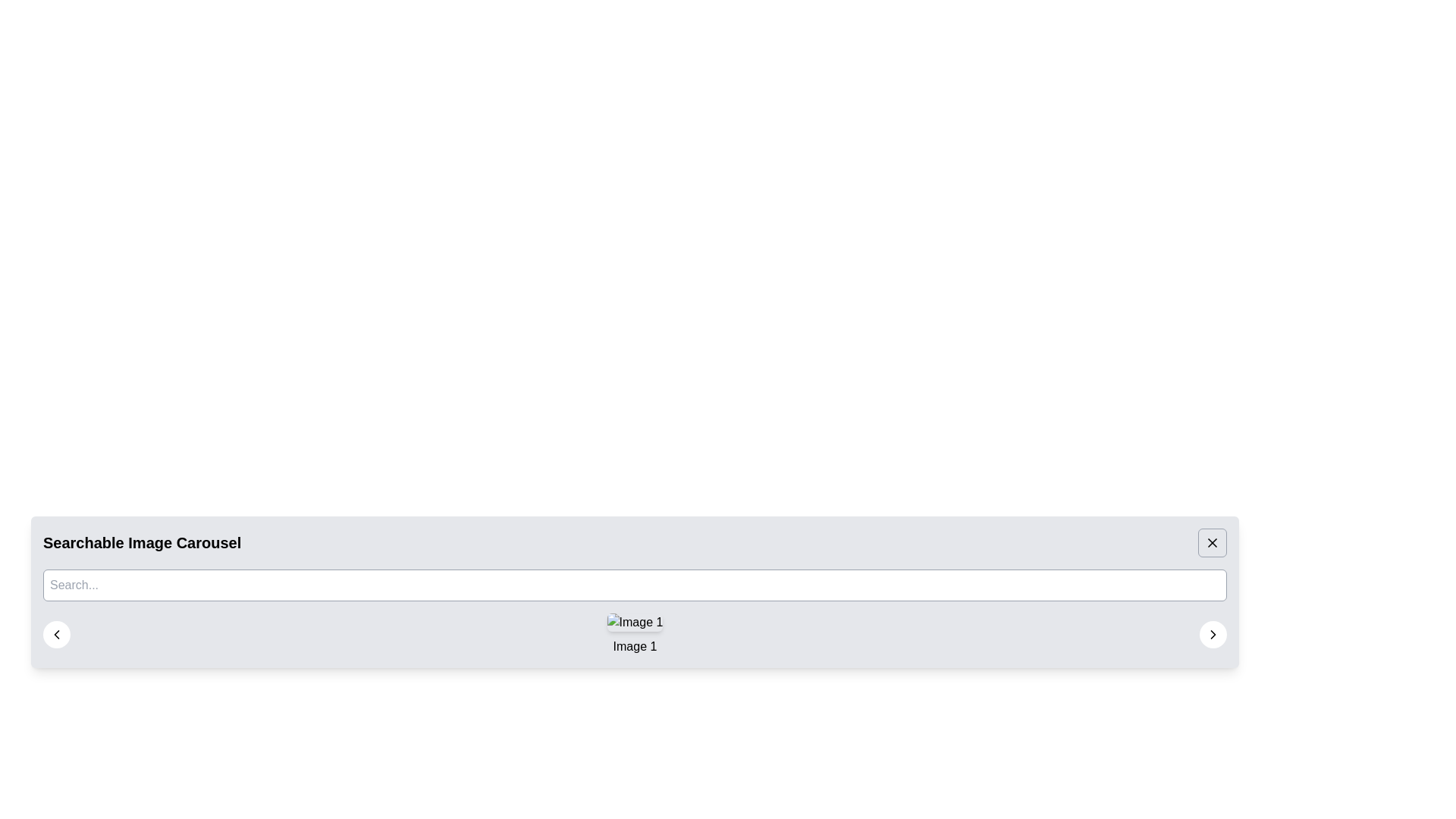 This screenshot has height=819, width=1456. What do you see at coordinates (1211, 542) in the screenshot?
I see `the small, rounded rectangular button with a dark 'X' icon located in the top-right corner of the horizontal bar at the bottom of the interface` at bounding box center [1211, 542].